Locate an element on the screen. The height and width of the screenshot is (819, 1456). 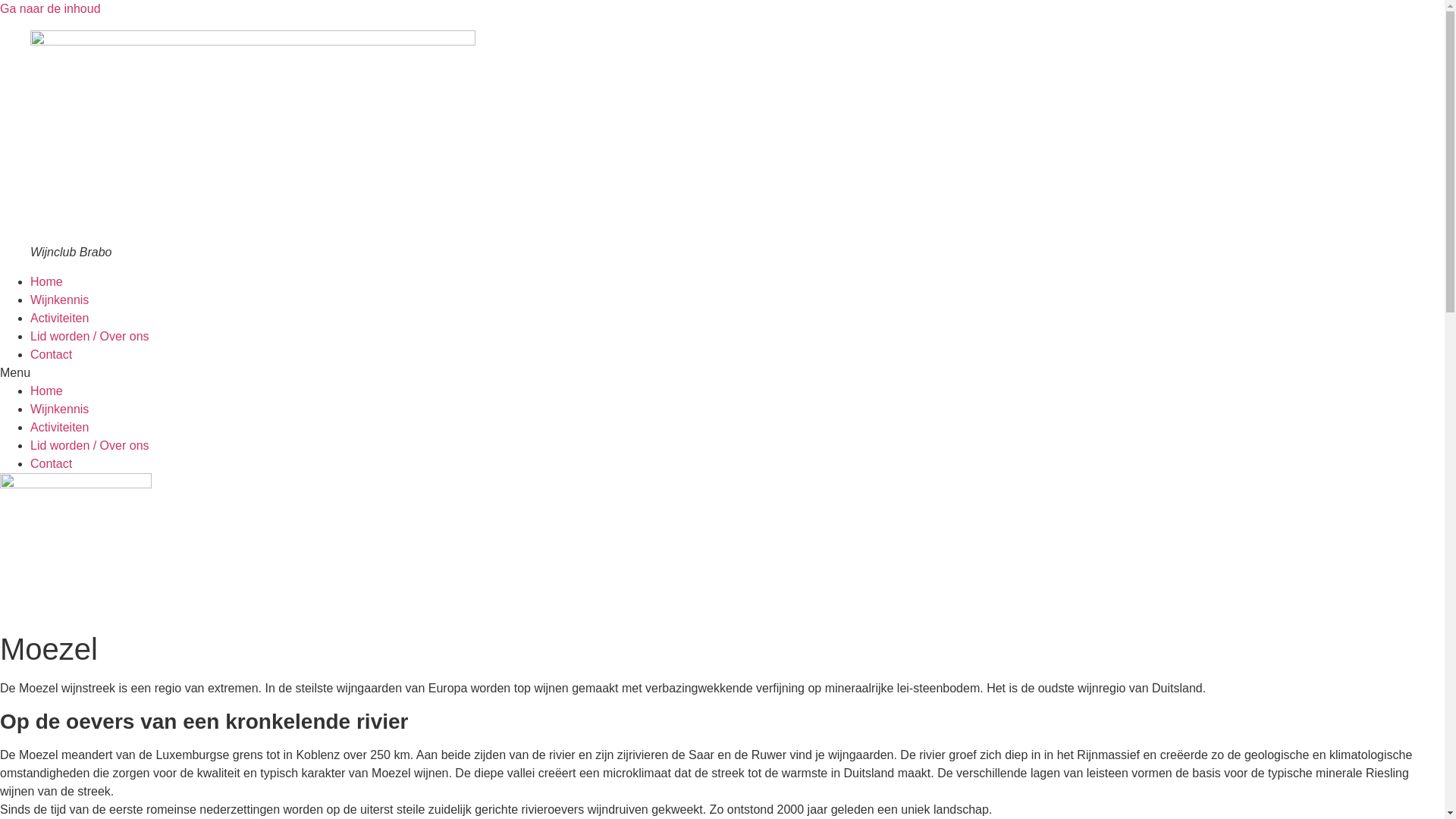
'Home' is located at coordinates (30, 390).